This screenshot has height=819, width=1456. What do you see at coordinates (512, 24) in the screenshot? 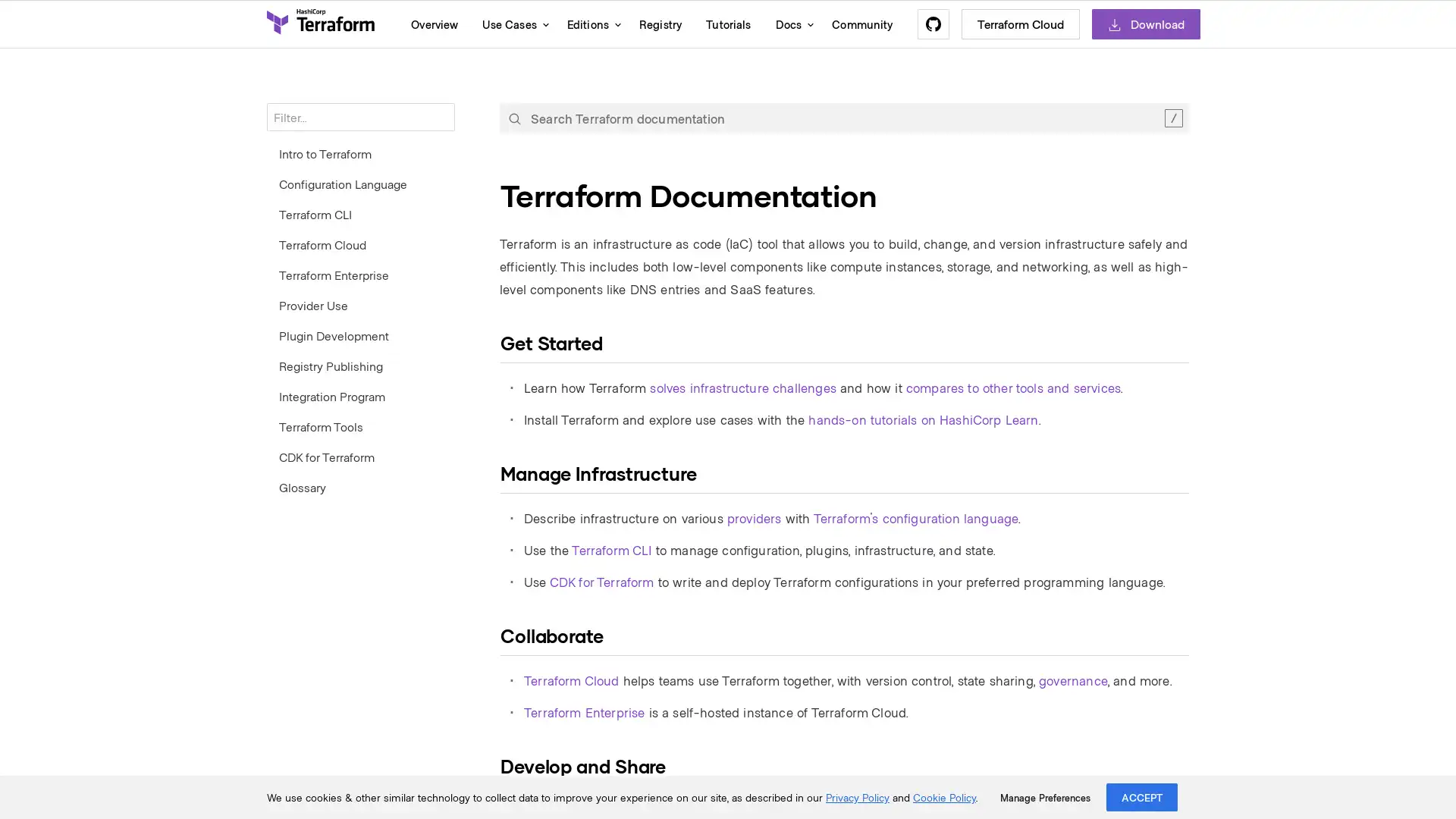
I see `Use Cases` at bounding box center [512, 24].